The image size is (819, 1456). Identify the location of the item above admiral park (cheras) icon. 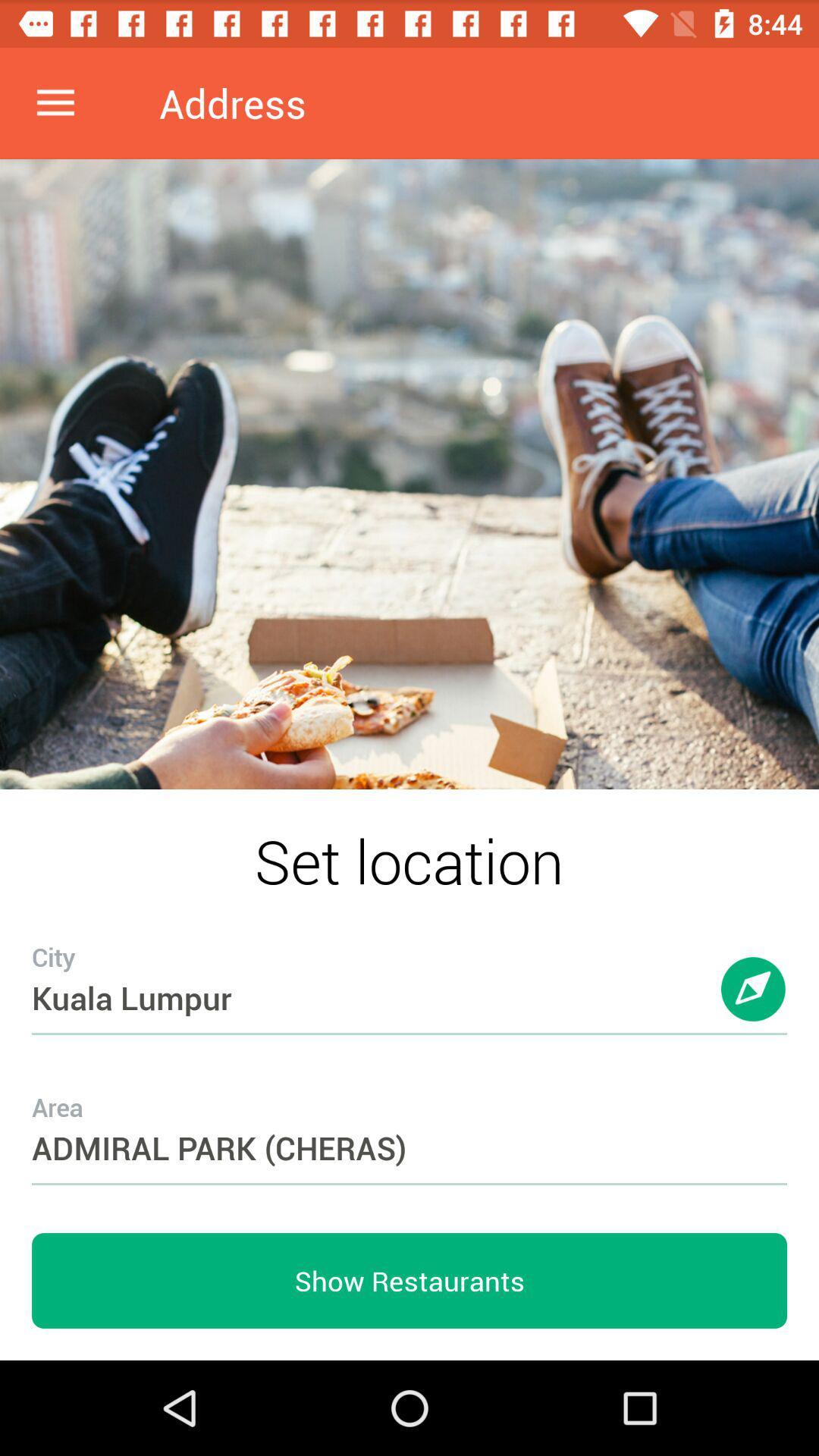
(409, 967).